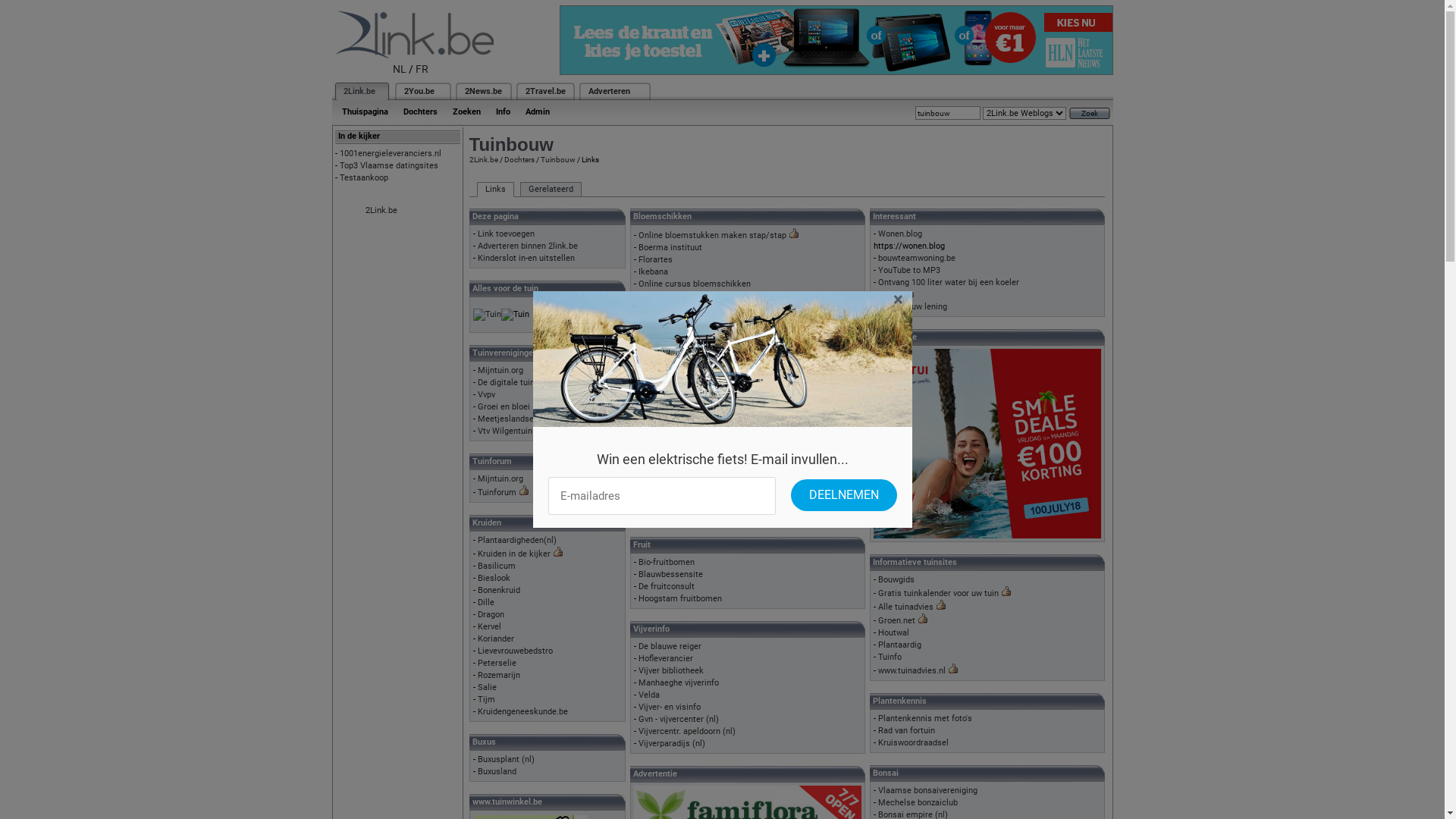  I want to click on 'Rozemarijn', so click(498, 674).